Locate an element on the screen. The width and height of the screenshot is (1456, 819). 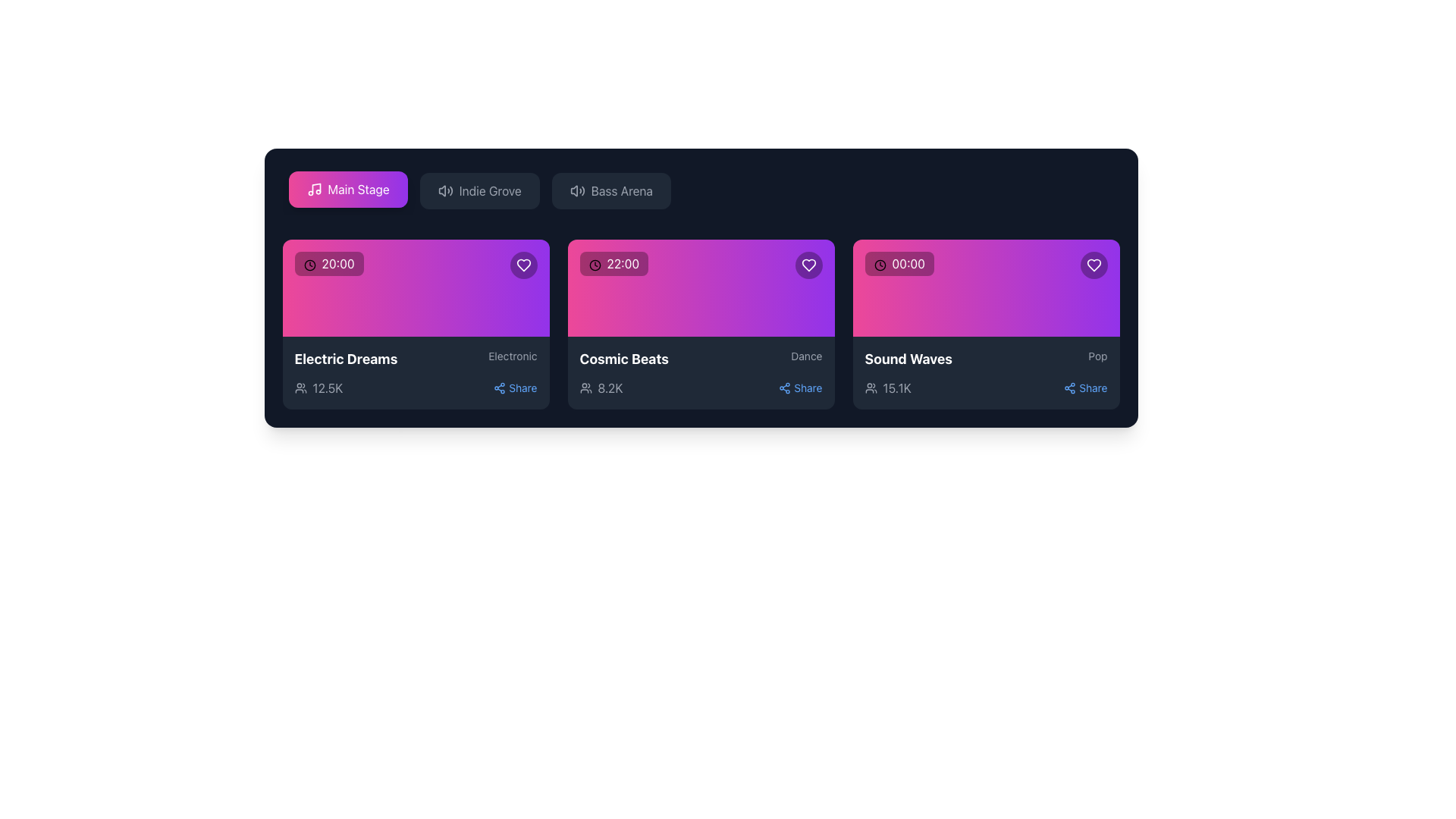
numeric value displayed in the text label '12.5K' located in the bottom-left section of the 'Electric Dreams' card, adjacent to the user/group icon is located at coordinates (327, 388).